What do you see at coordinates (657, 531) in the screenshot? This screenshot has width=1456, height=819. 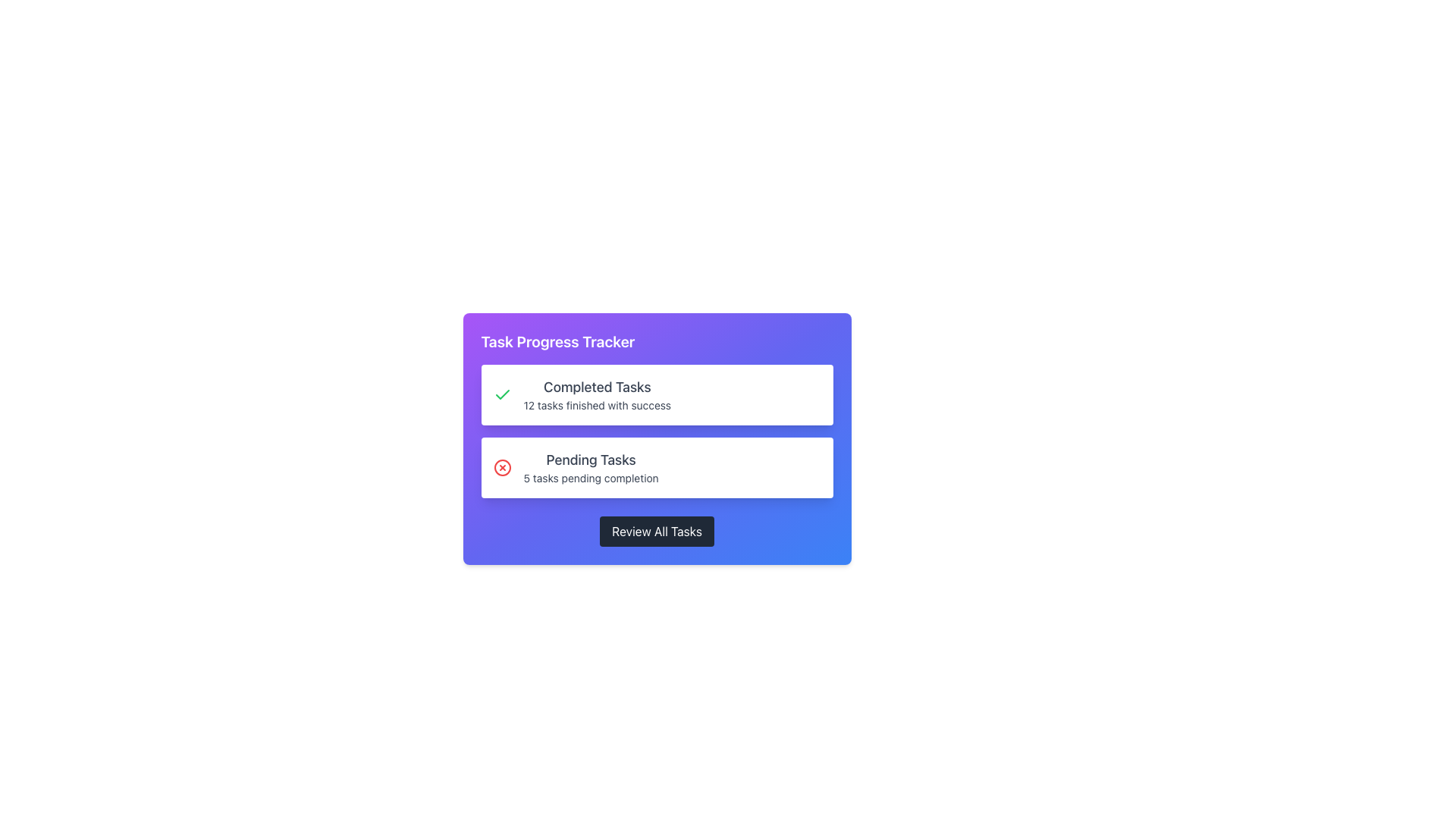 I see `the central button located below the task statuses to review all tasks in the list` at bounding box center [657, 531].